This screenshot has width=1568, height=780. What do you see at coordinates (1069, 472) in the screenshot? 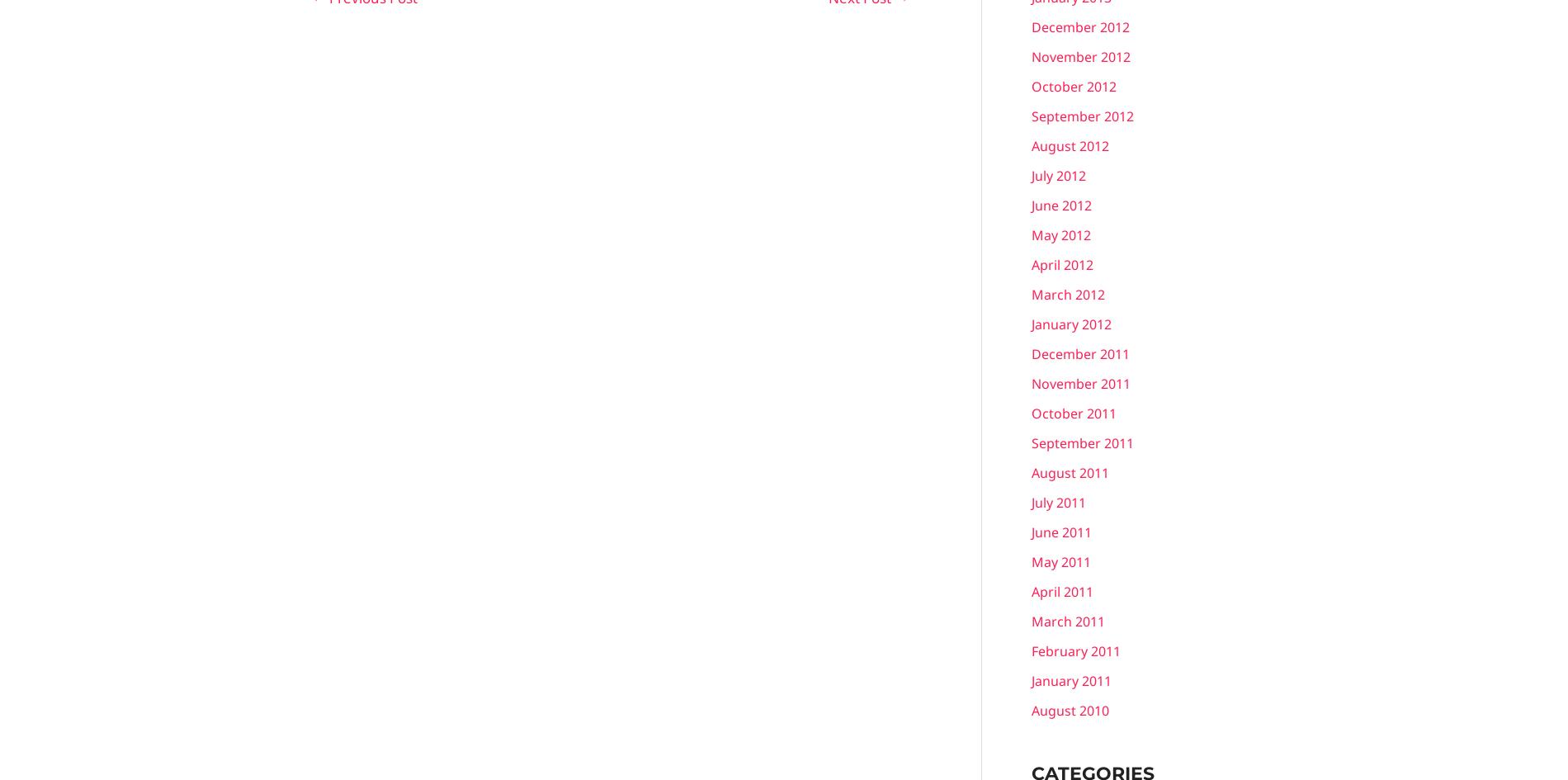
I see `'August 2011'` at bounding box center [1069, 472].